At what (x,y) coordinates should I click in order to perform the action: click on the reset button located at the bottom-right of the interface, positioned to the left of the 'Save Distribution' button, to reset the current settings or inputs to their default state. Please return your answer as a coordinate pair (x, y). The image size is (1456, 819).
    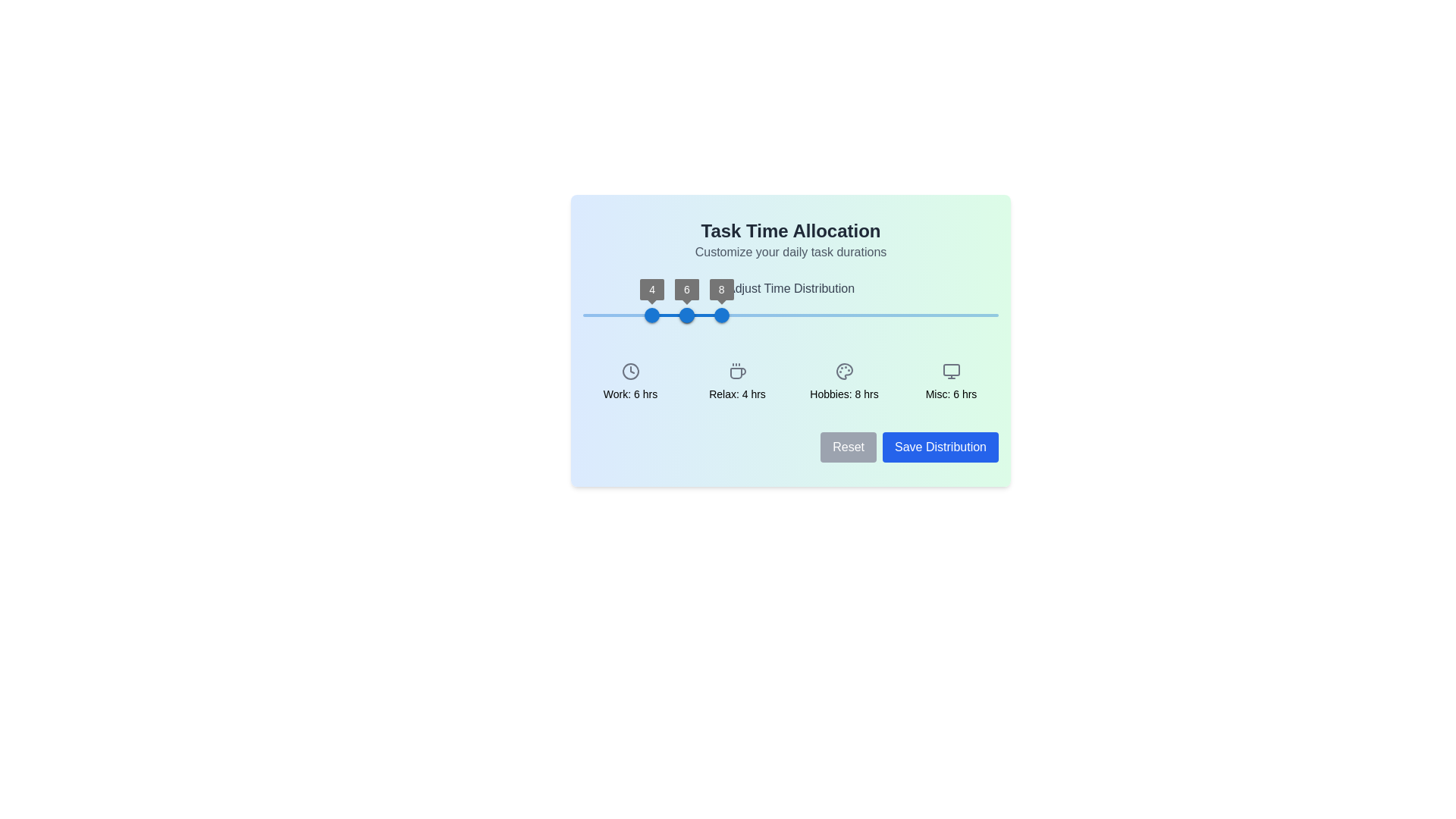
    Looking at the image, I should click on (848, 447).